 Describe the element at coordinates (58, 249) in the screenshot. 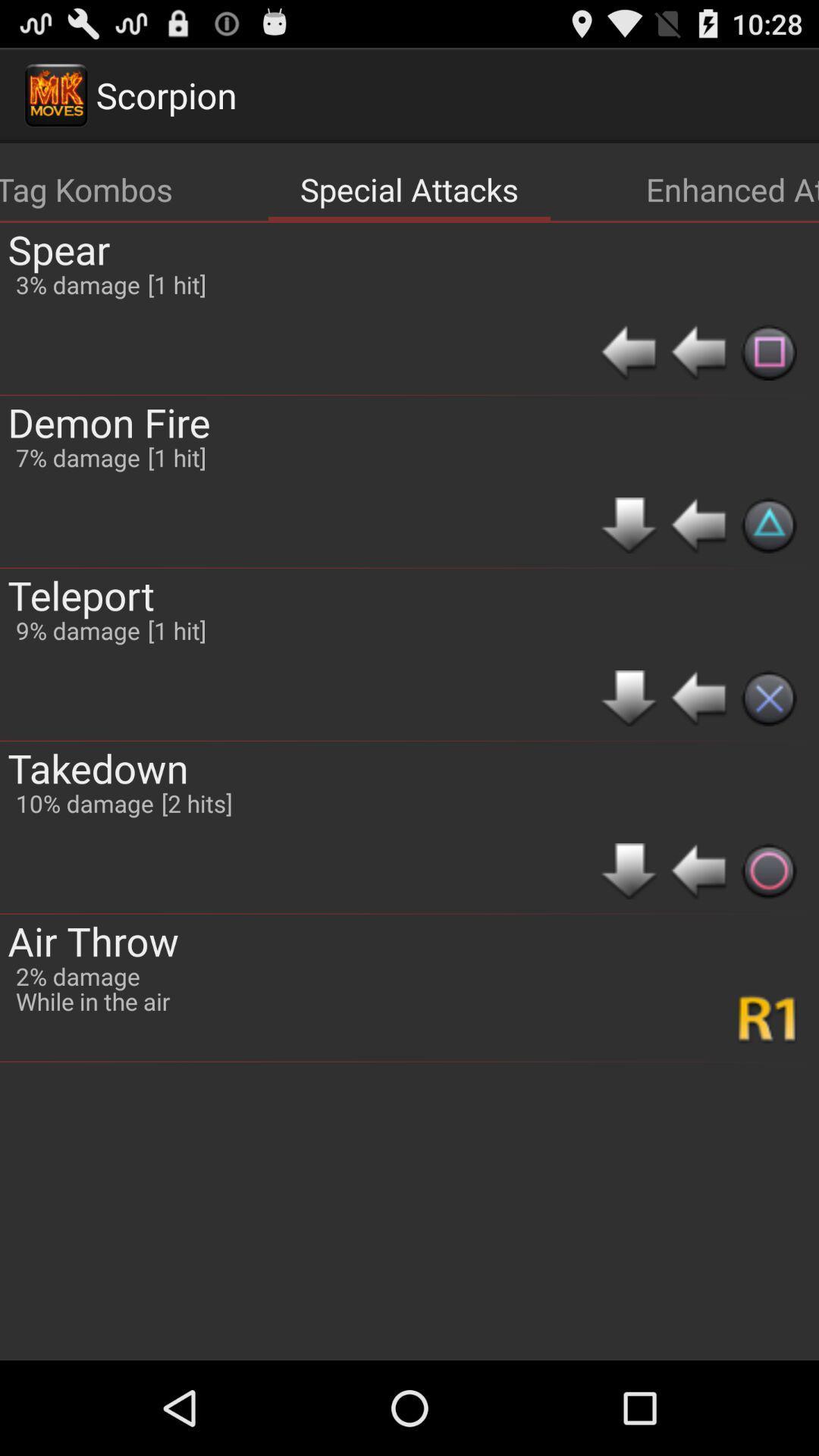

I see `the app above the demon fire` at that location.